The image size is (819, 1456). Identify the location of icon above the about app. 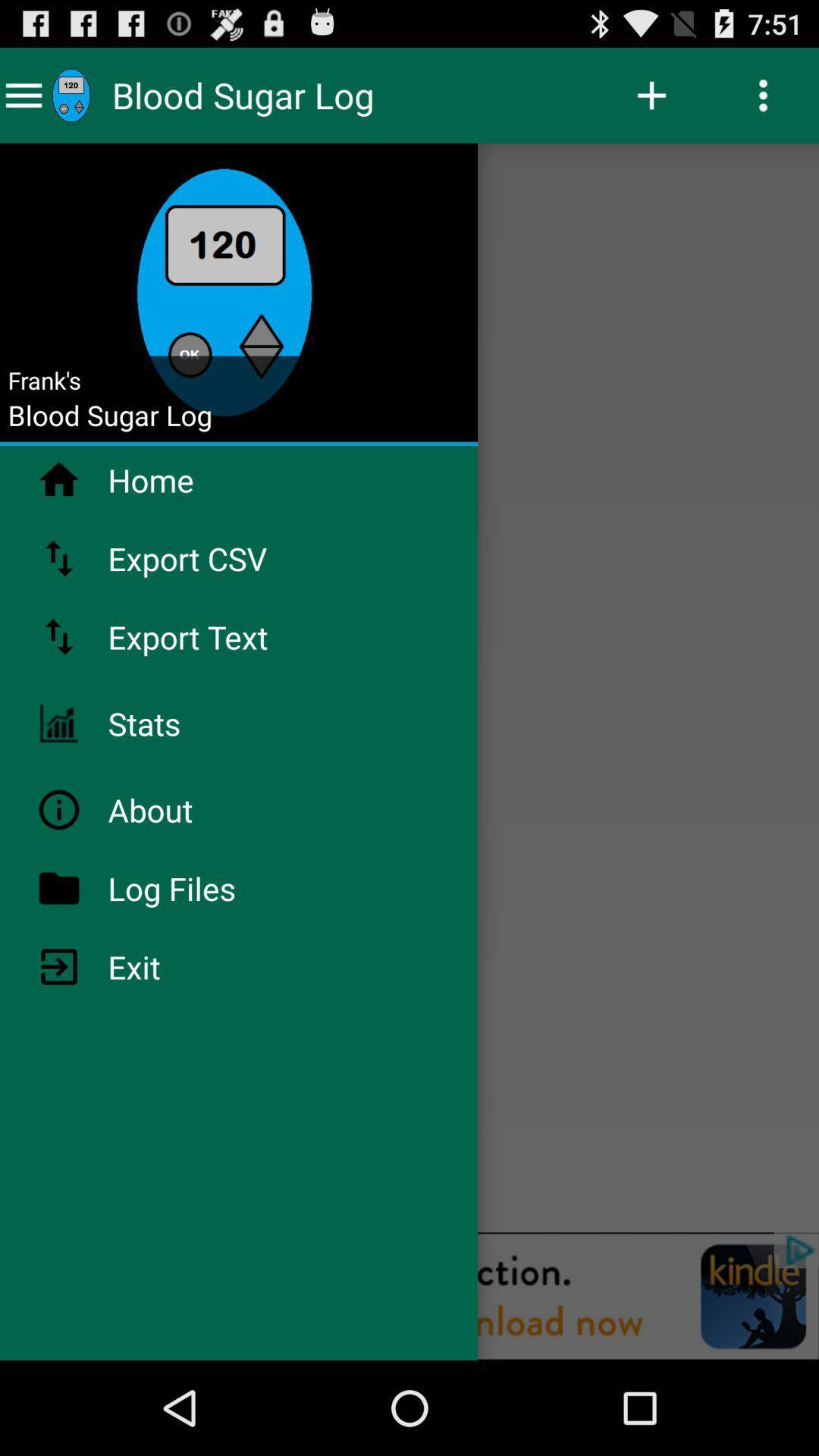
(184, 723).